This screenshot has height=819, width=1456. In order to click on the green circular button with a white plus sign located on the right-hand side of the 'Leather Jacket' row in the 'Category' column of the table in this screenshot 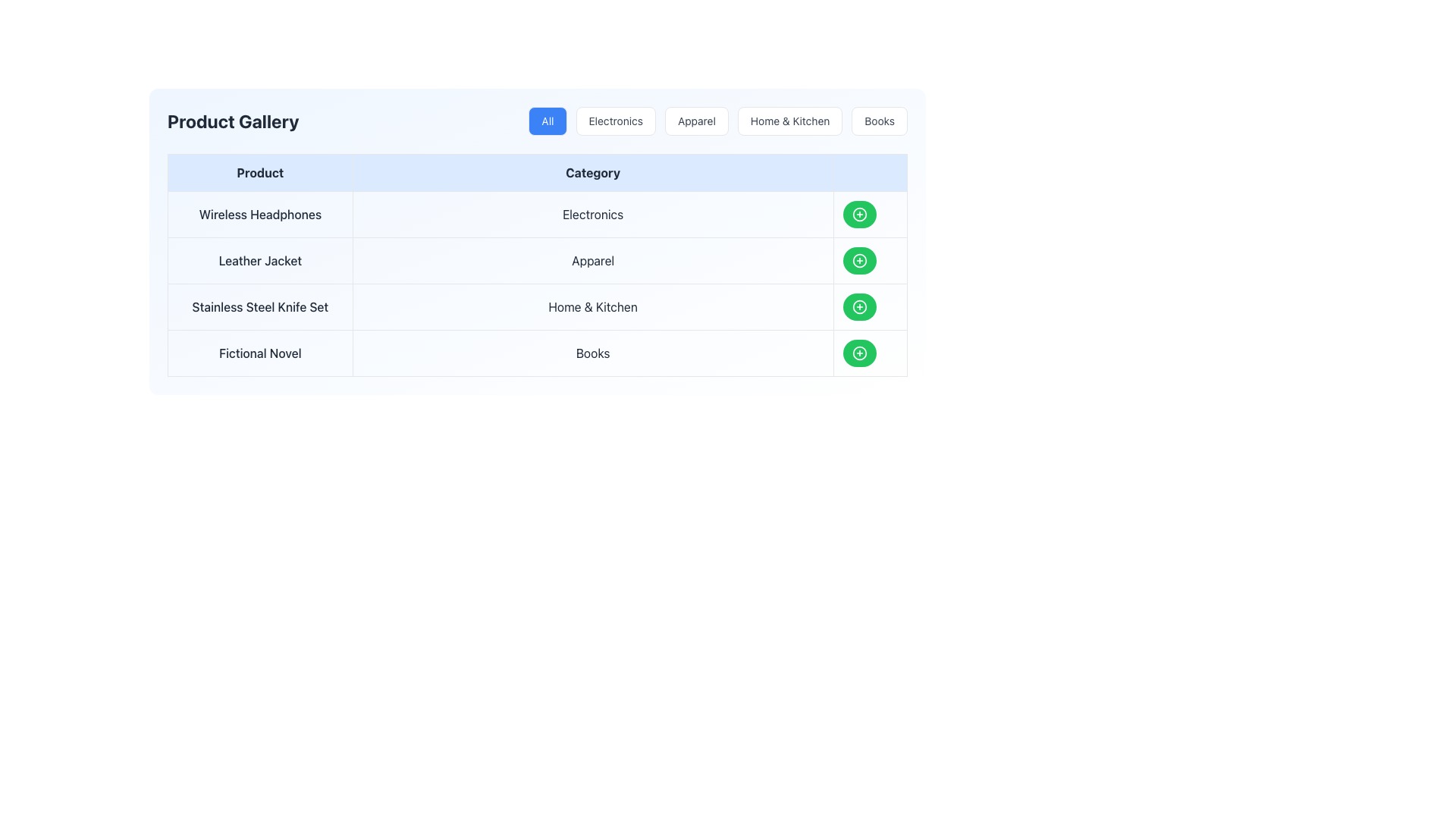, I will do `click(870, 259)`.